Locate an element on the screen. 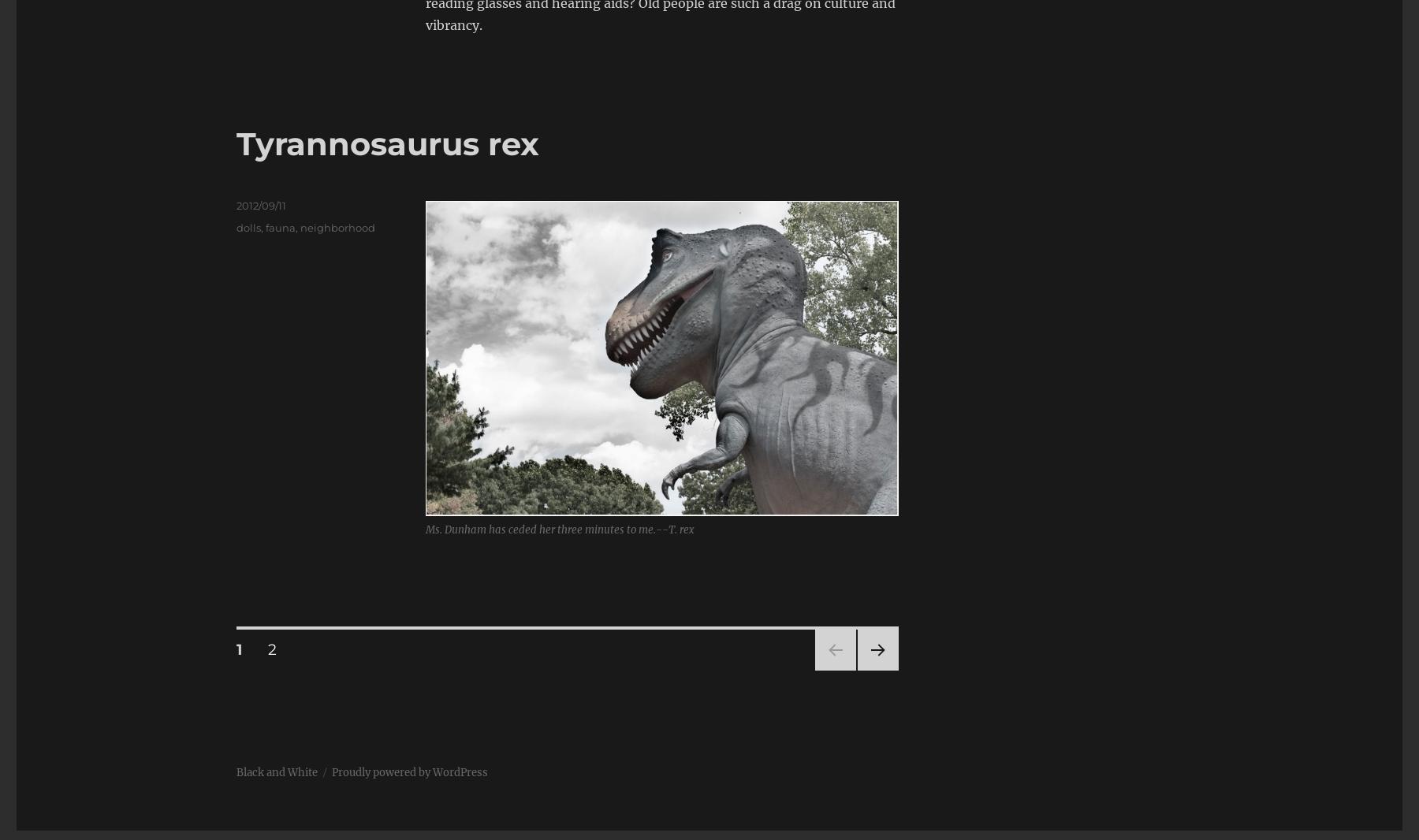  '1' is located at coordinates (238, 649).